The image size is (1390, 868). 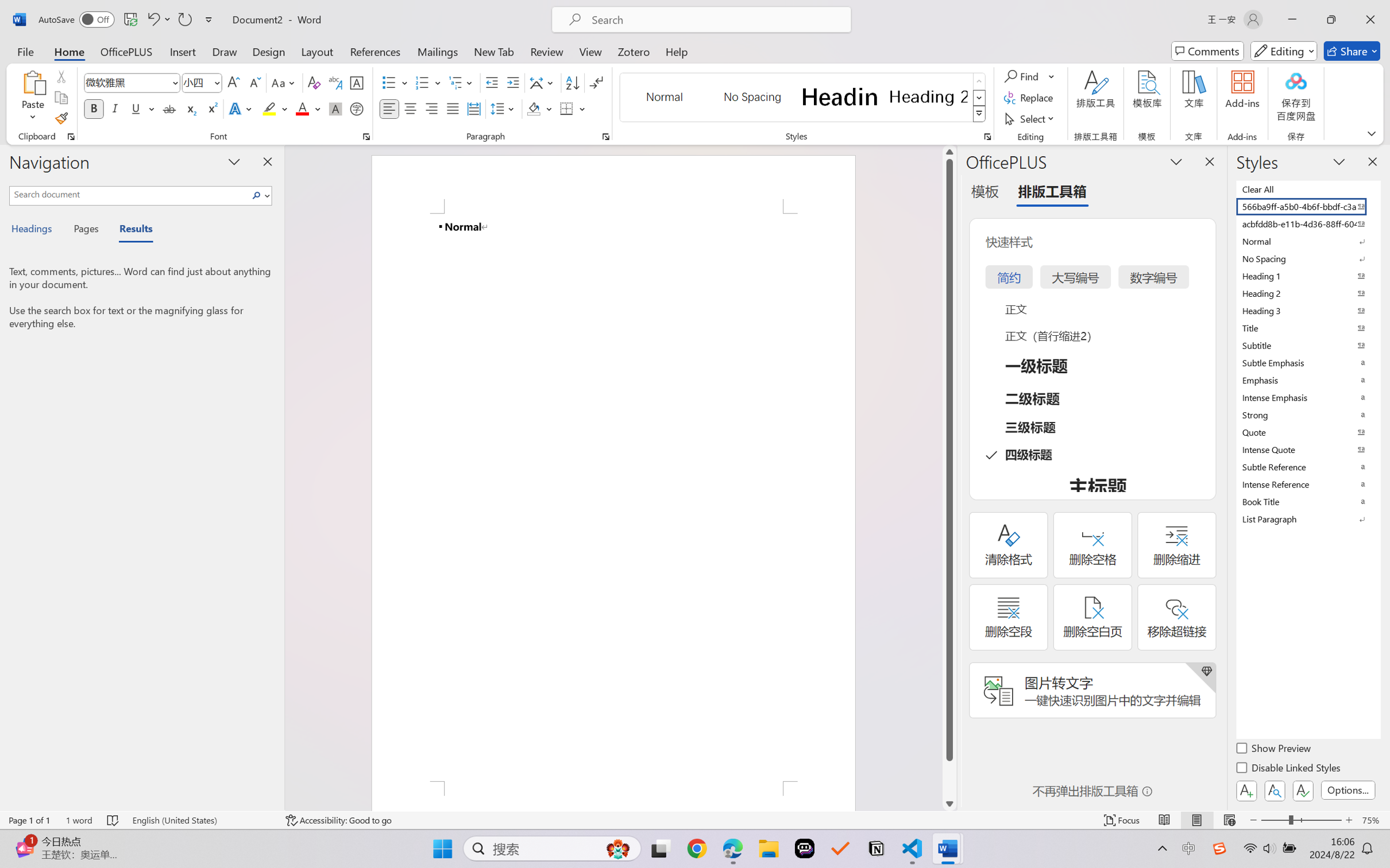 I want to click on 'Options...', so click(x=1346, y=789).